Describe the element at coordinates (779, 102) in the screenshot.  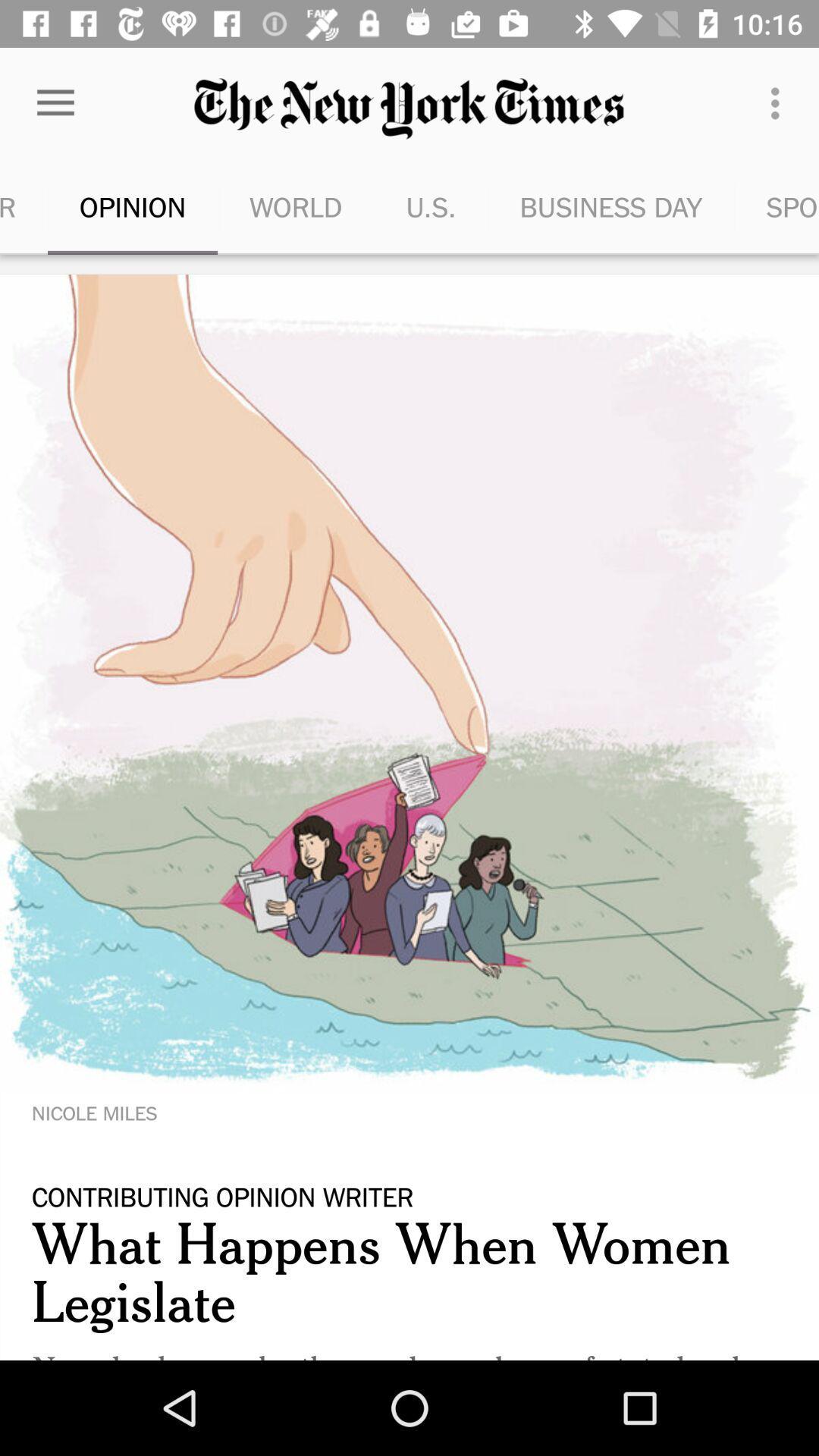
I see `item next to the business day item` at that location.